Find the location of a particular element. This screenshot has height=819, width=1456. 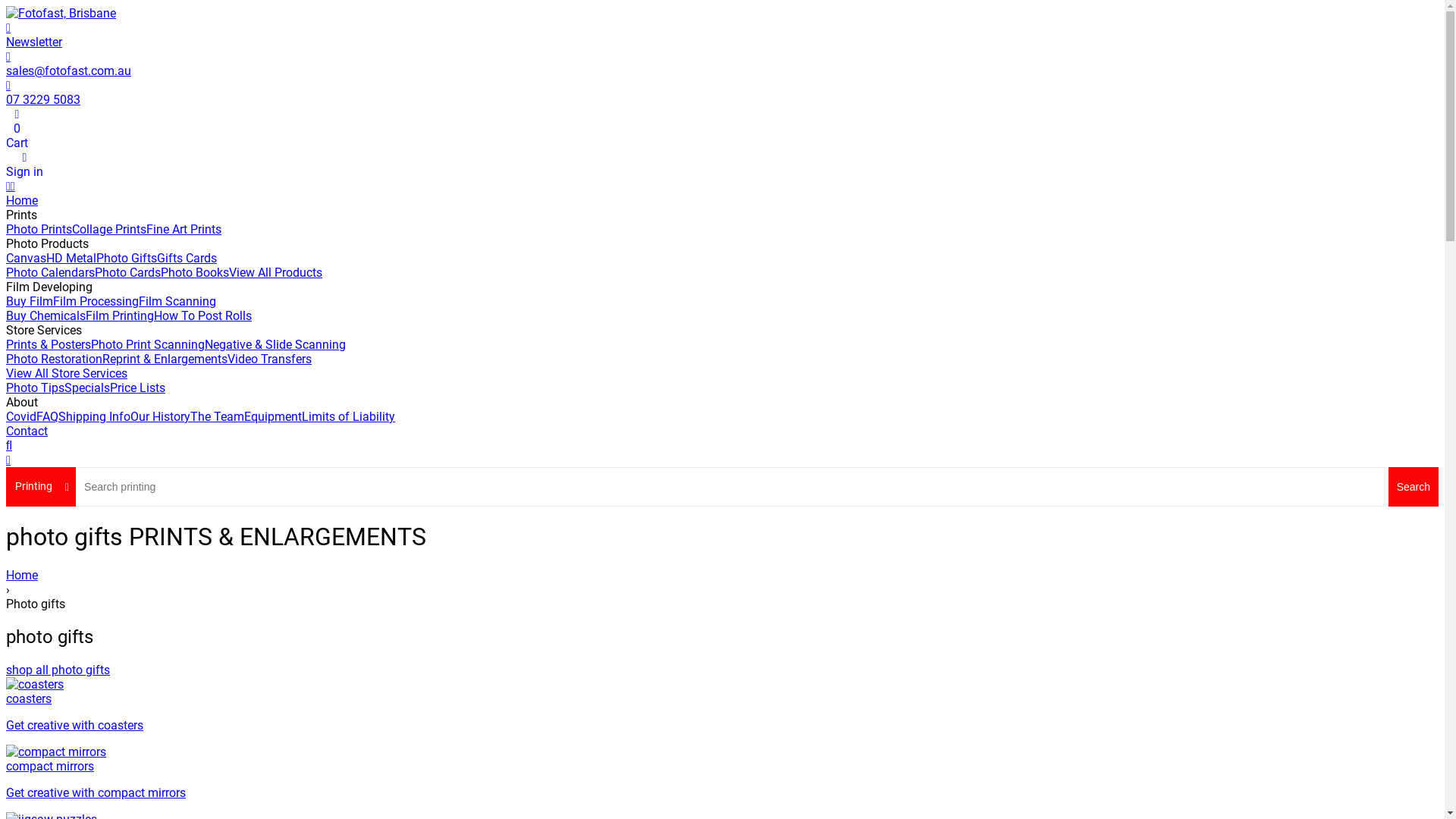

'Film Processing' is located at coordinates (95, 301).